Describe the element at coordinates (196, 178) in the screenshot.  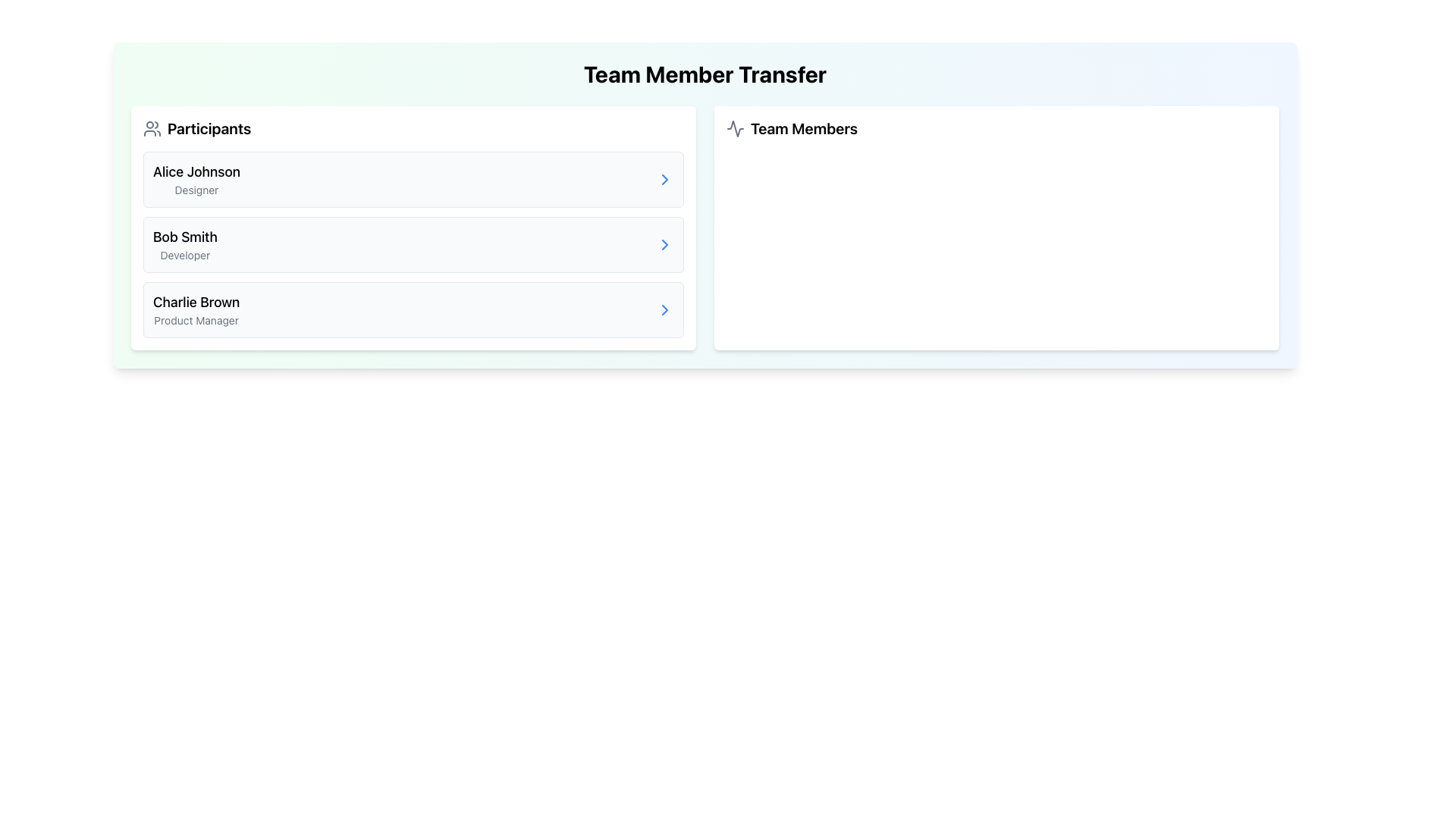
I see `the text label 'Alice Johnson' which is the first entry under the 'Participants' heading, styled with a larger bold font and accompanied by the role 'Designer' below it` at that location.